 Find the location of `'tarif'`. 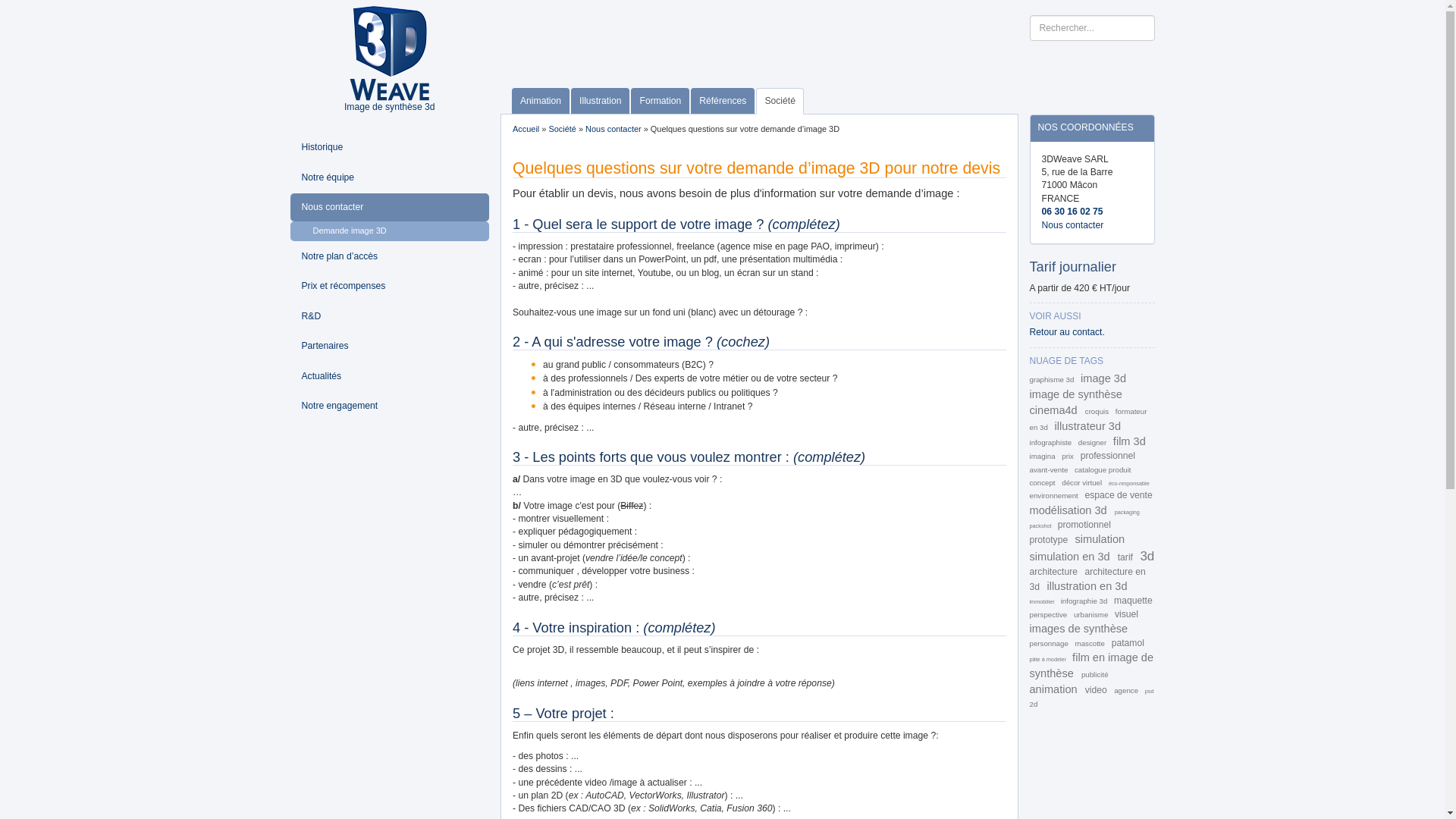

'tarif' is located at coordinates (1127, 557).